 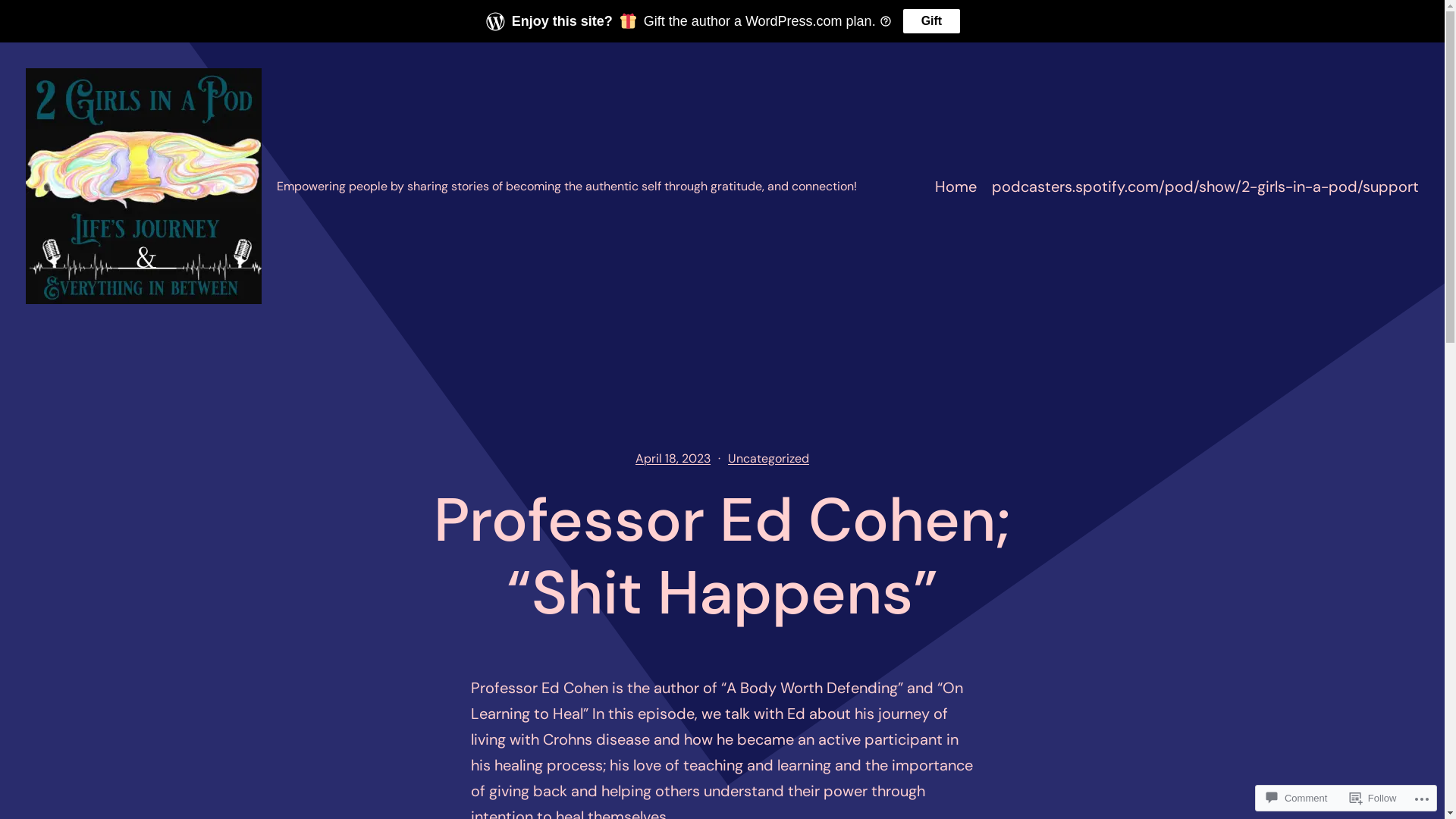 I want to click on 'Home', so click(x=955, y=185).